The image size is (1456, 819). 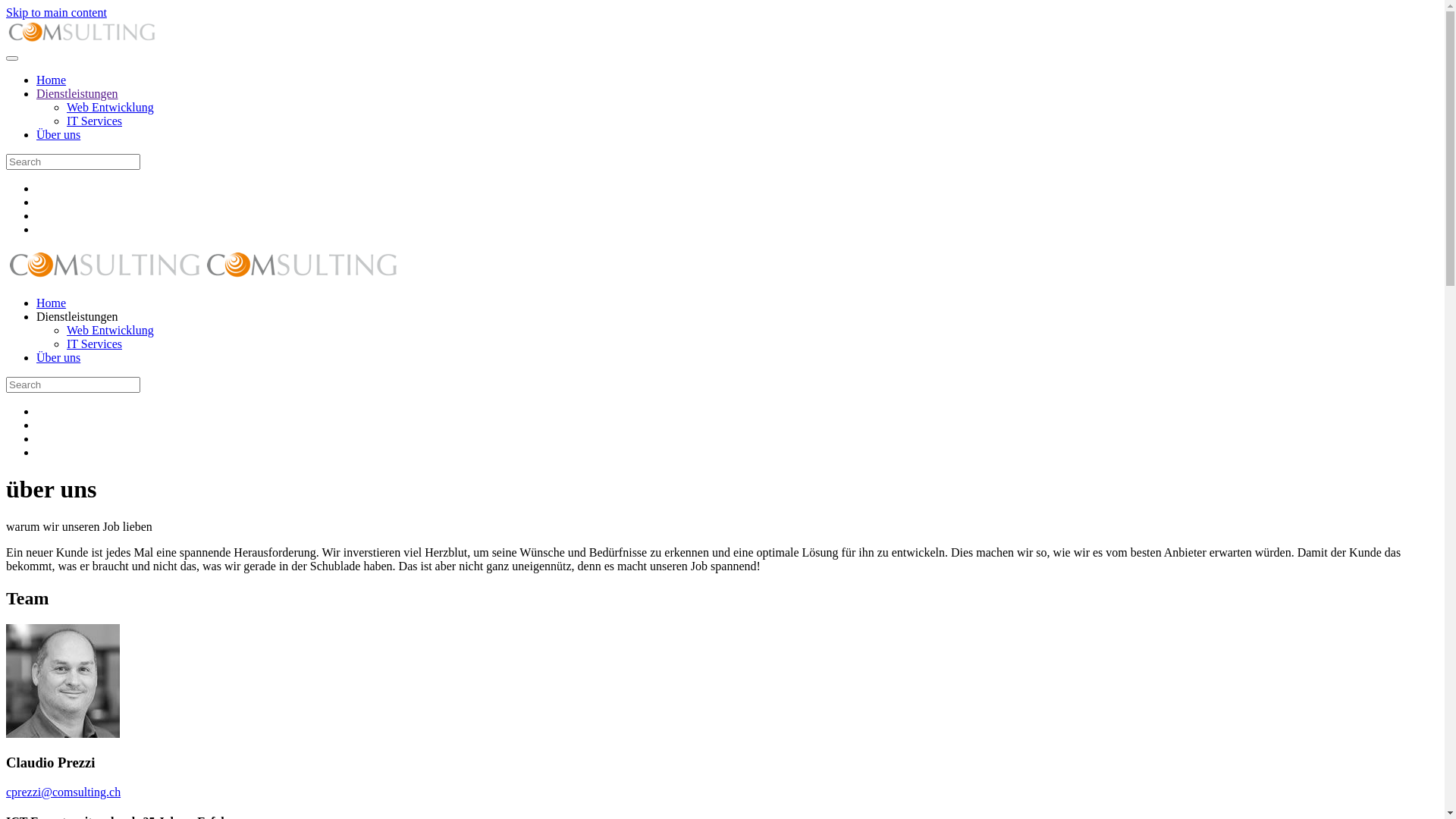 What do you see at coordinates (51, 303) in the screenshot?
I see `'Home'` at bounding box center [51, 303].